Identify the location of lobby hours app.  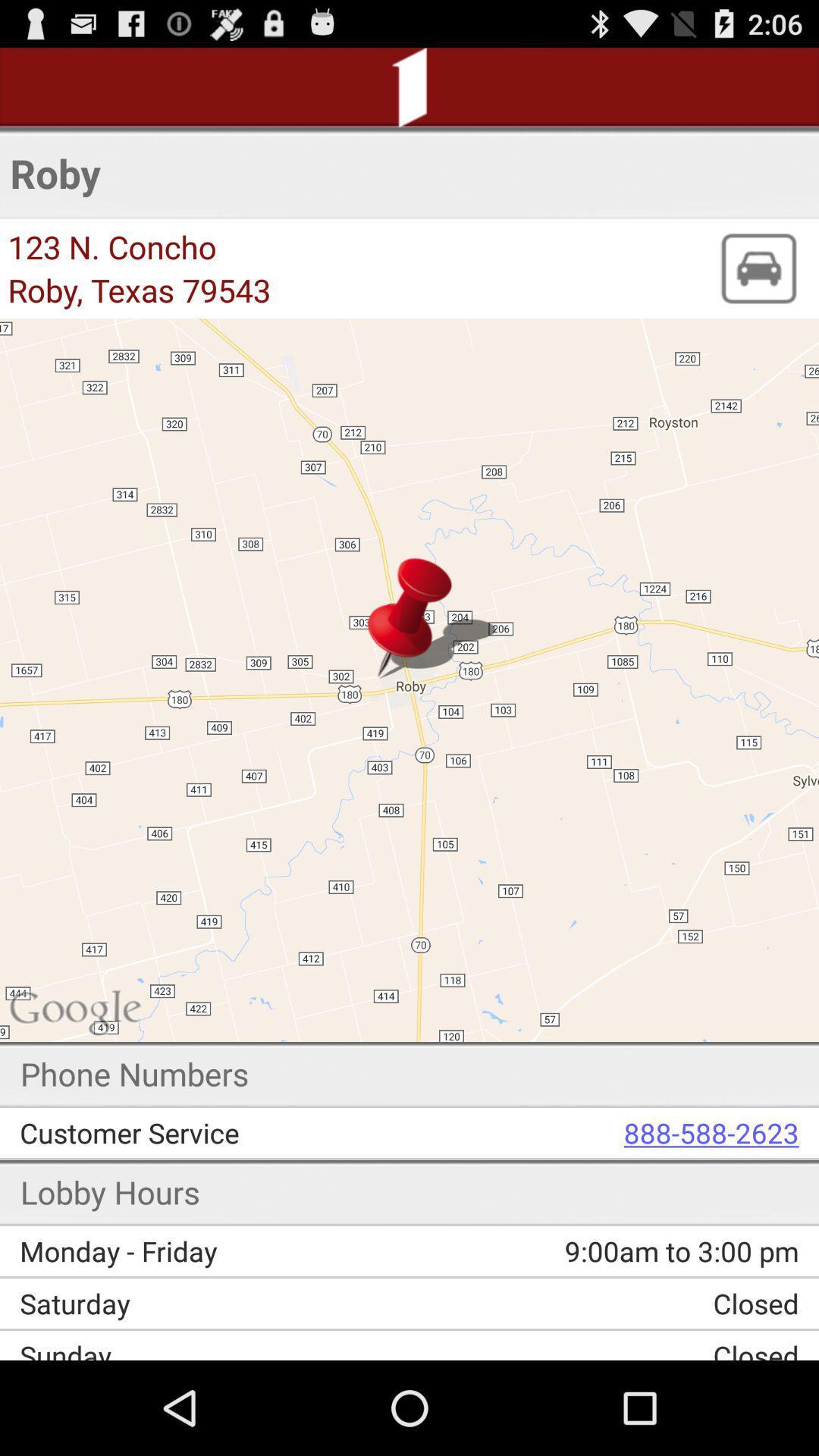
(109, 1191).